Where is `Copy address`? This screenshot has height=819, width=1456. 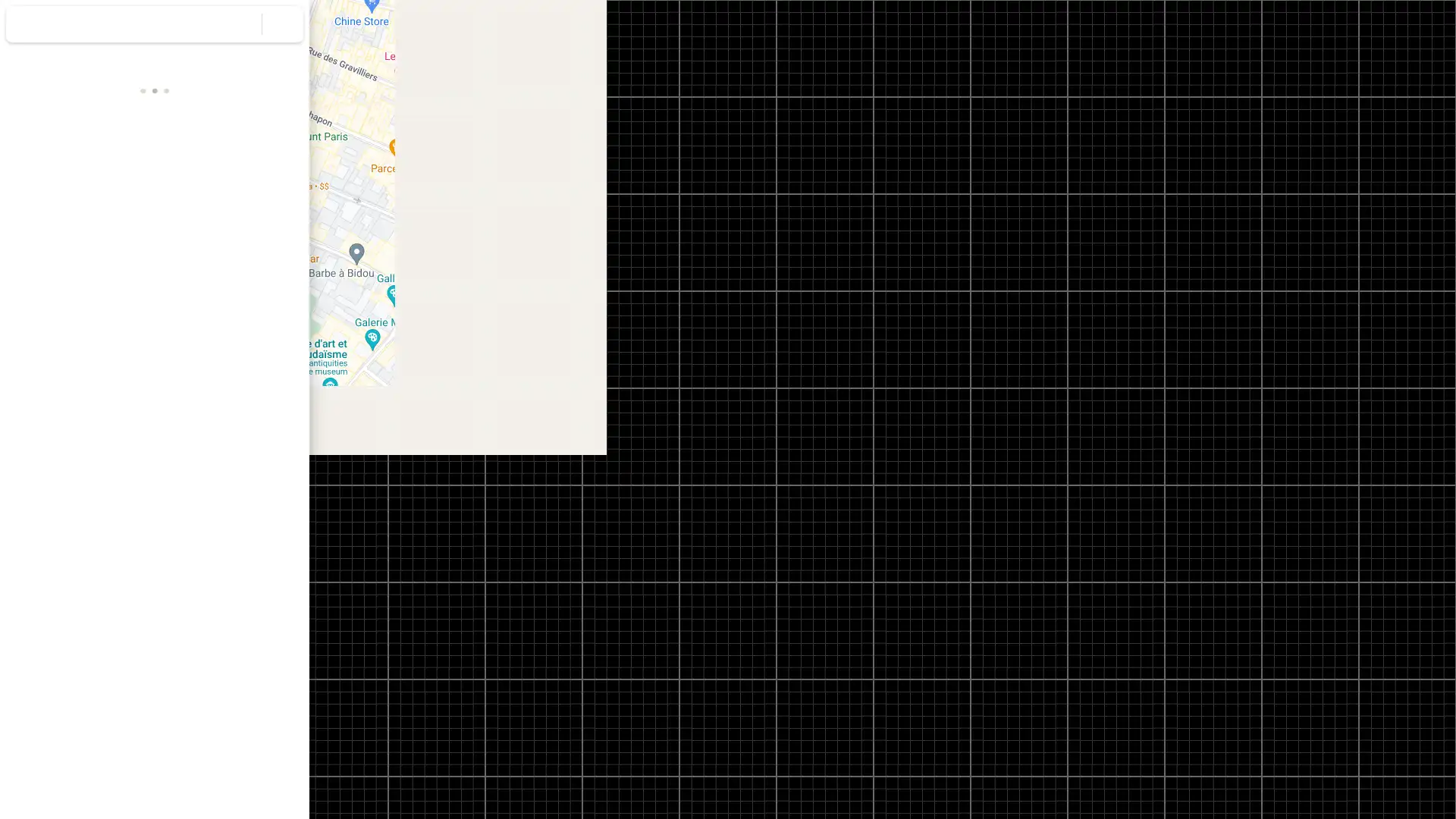
Copy address is located at coordinates (281, 331).